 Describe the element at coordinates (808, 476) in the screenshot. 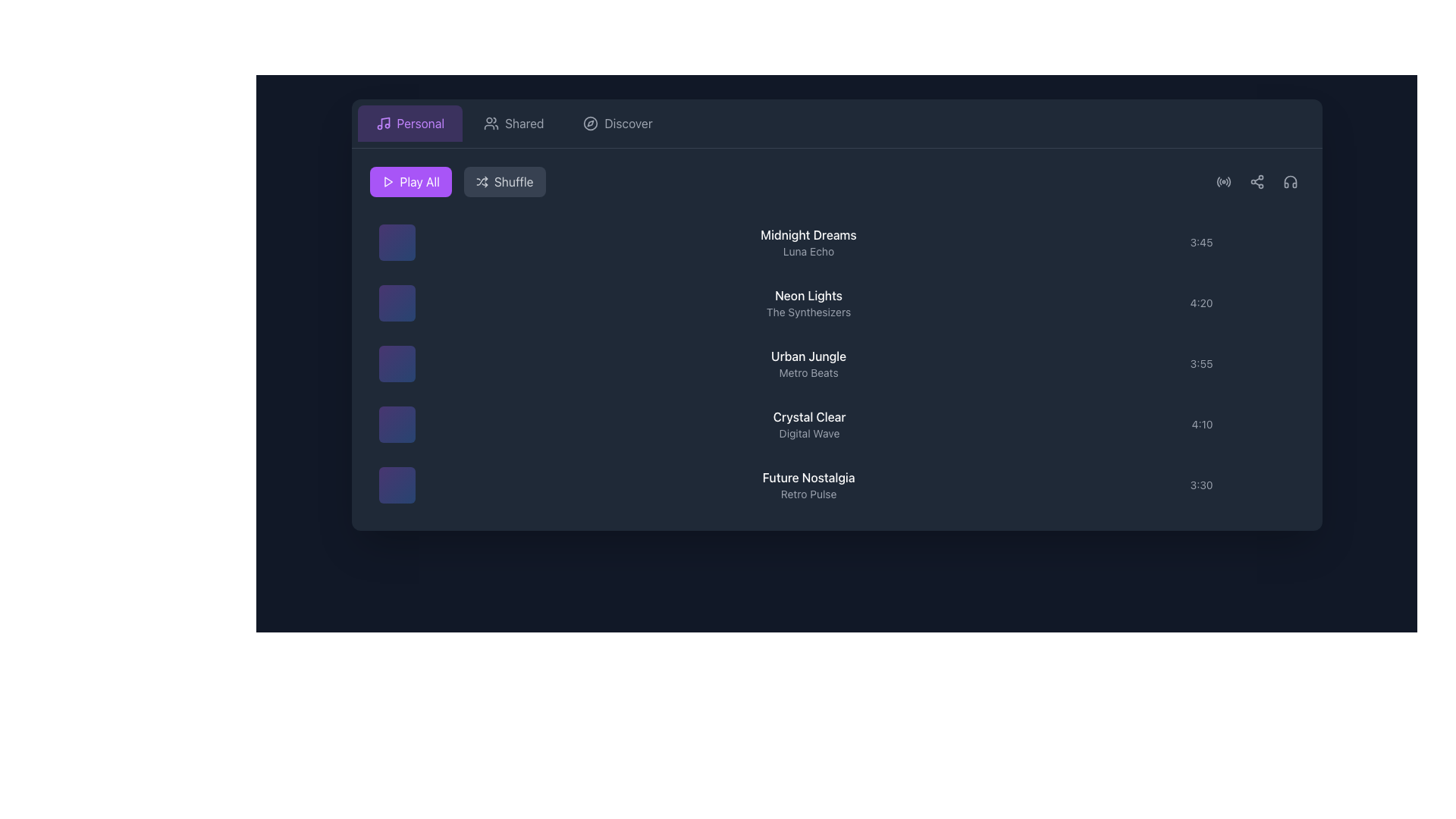

I see `the title label for the song or album entry named 'Future Nostalgia' located at the bottom section of the main content area` at that location.